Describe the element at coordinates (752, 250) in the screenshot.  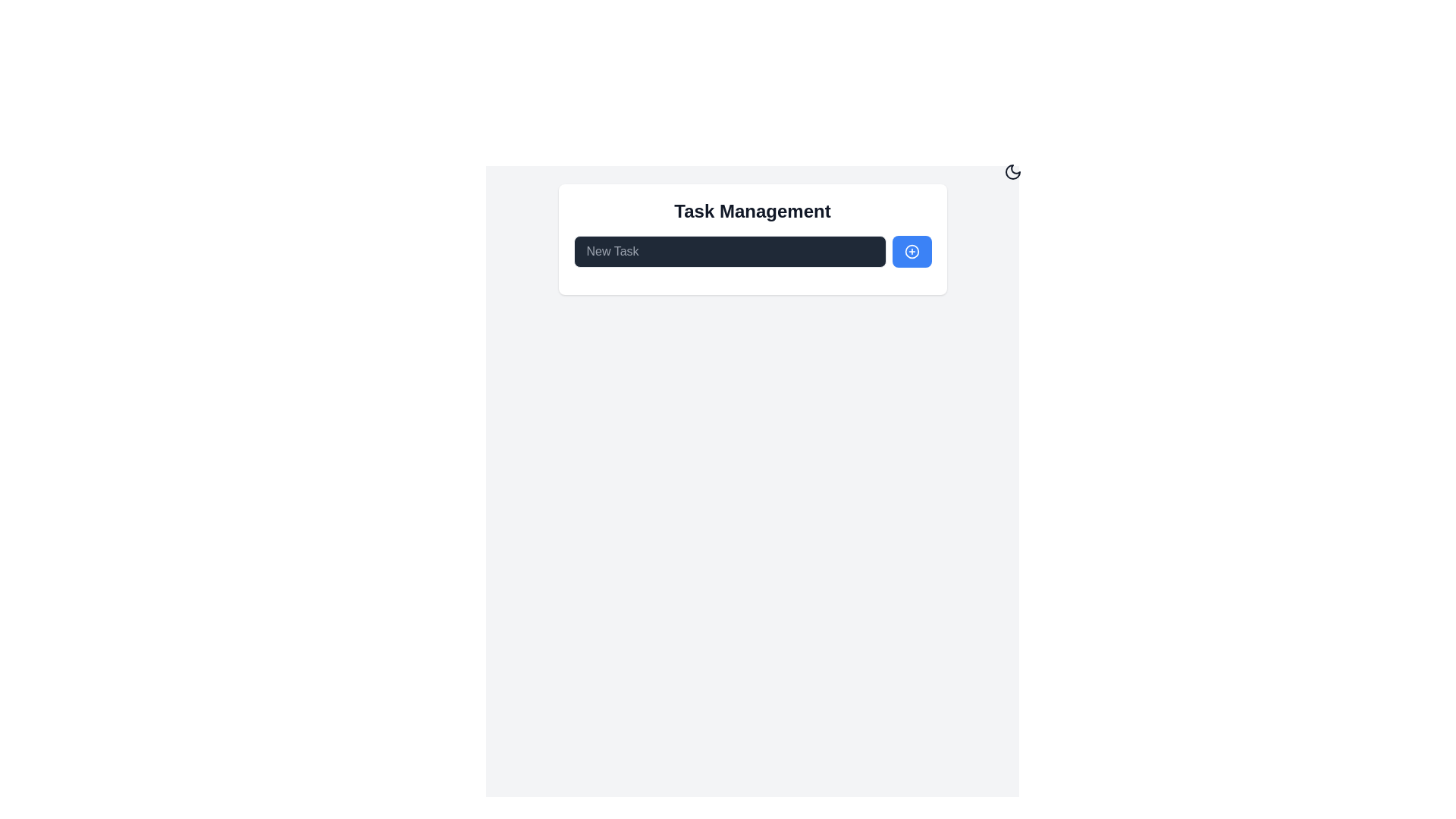
I see `the text input field within the 'Task Management' card to type a new task name` at that location.